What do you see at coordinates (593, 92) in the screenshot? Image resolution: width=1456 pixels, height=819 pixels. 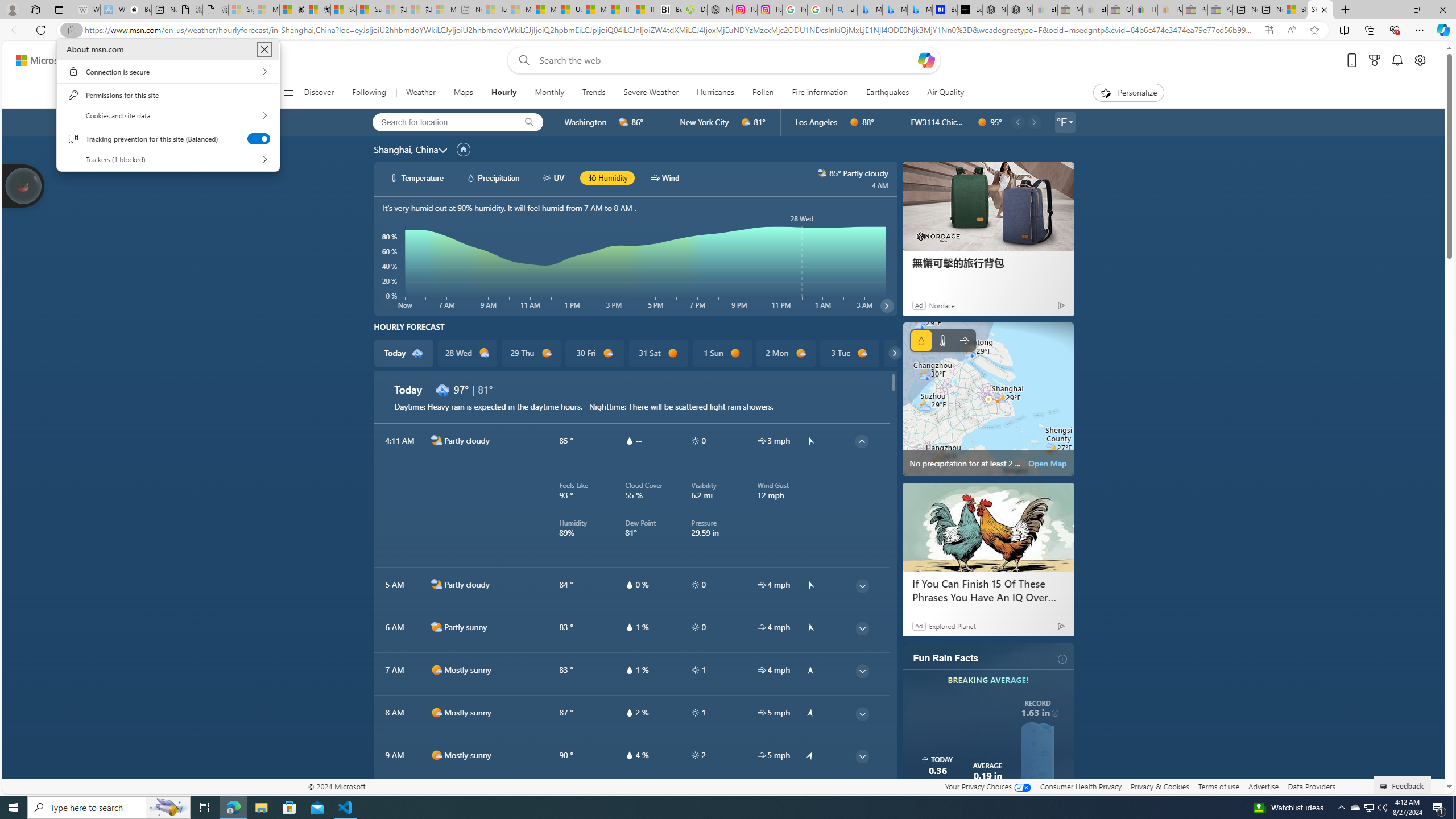 I see `'Trends'` at bounding box center [593, 92].